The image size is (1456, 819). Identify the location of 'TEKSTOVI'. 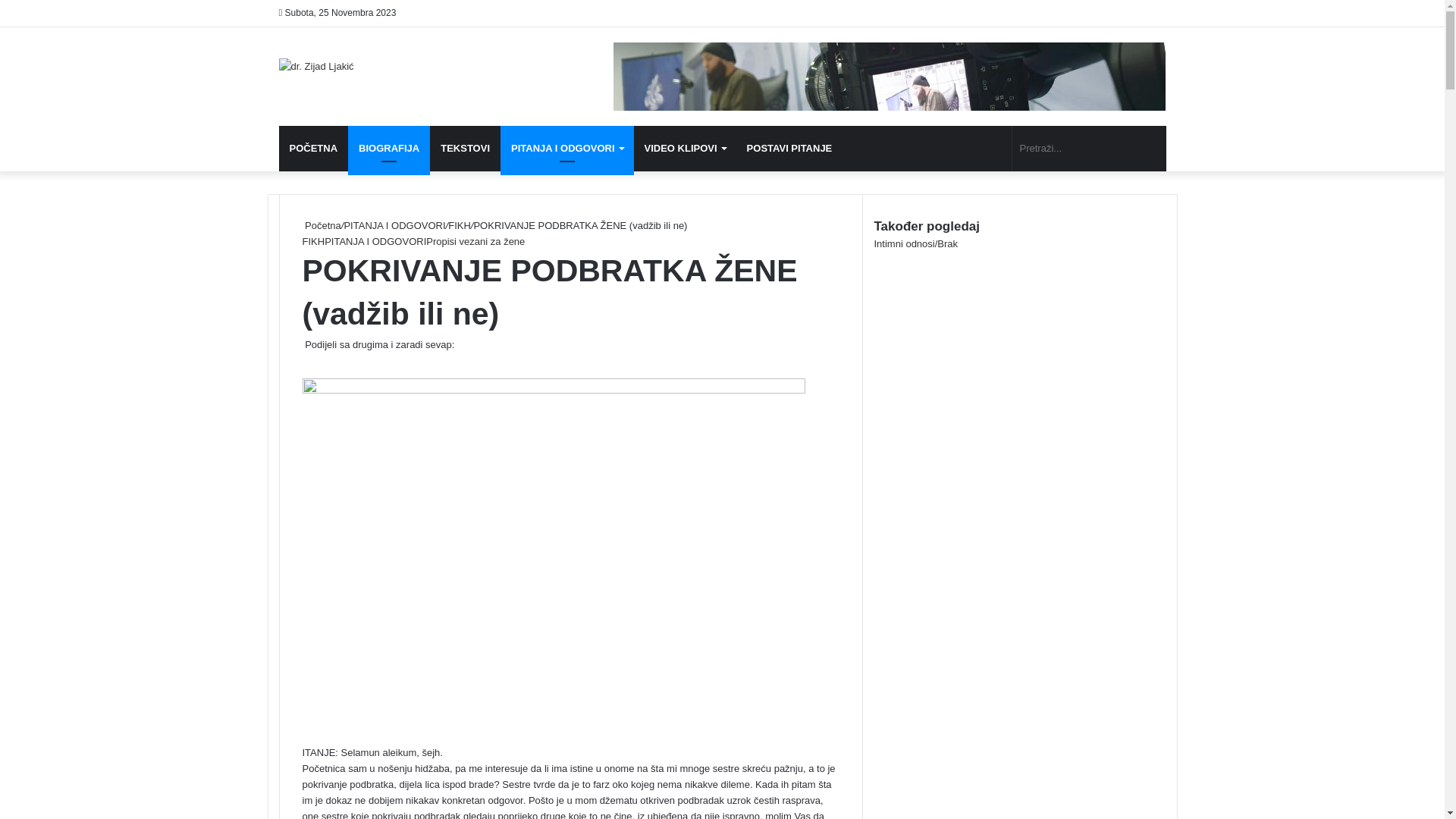
(428, 149).